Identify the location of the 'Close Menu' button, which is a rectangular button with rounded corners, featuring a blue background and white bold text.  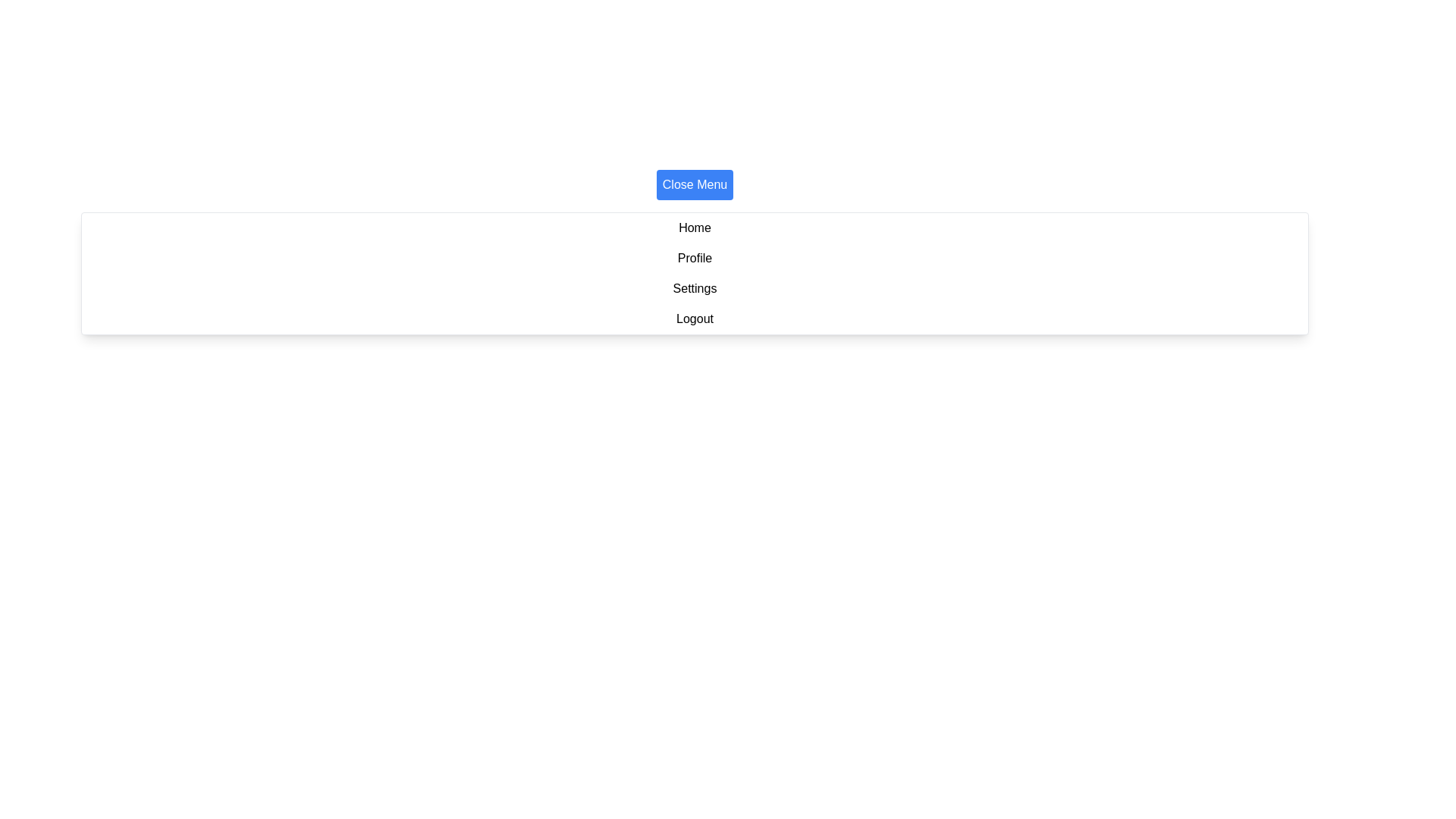
(694, 184).